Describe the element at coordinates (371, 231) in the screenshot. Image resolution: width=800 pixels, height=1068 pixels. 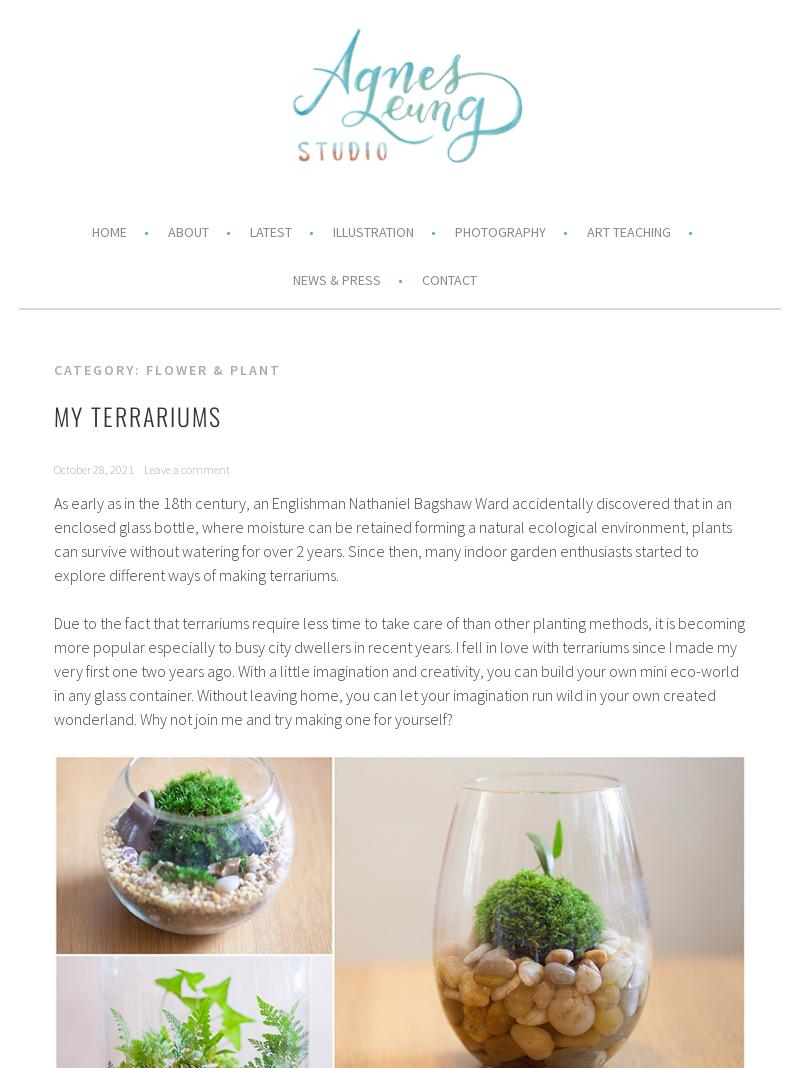
I see `'Illustration'` at that location.